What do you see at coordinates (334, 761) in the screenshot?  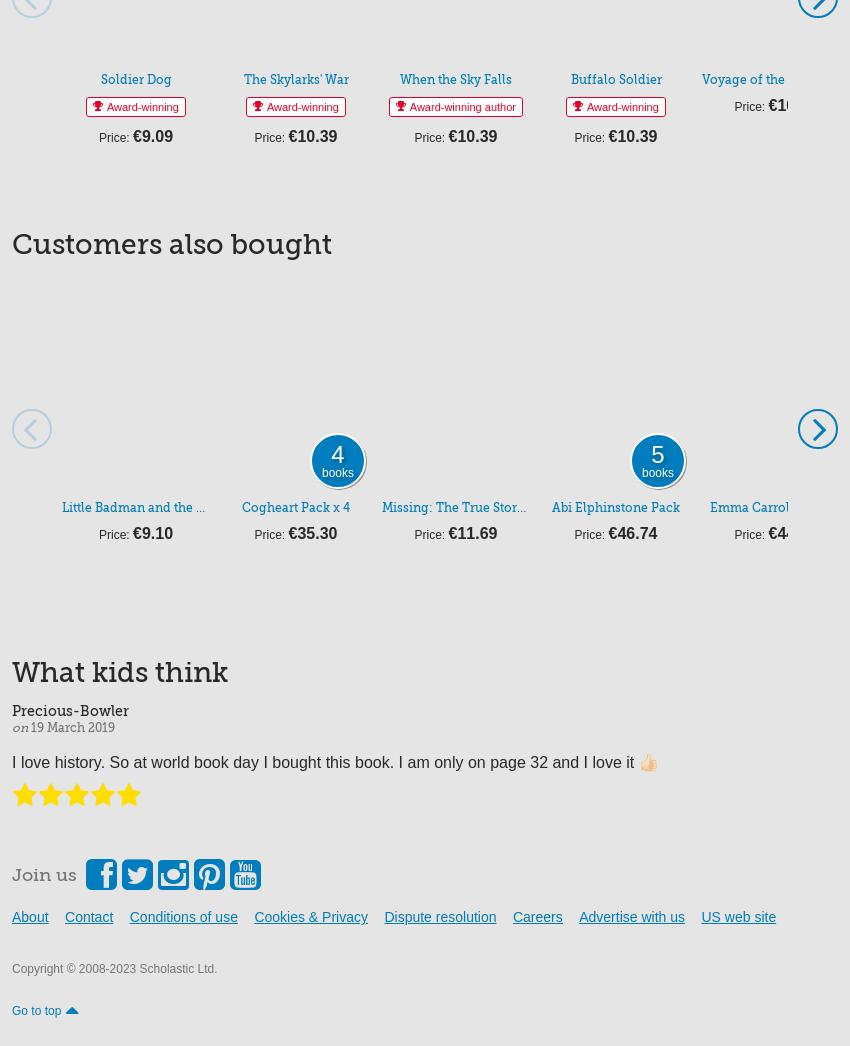 I see `'I love history. So at world book day I bought this book. I am only on page 32 and I love it 👍🏻'` at bounding box center [334, 761].